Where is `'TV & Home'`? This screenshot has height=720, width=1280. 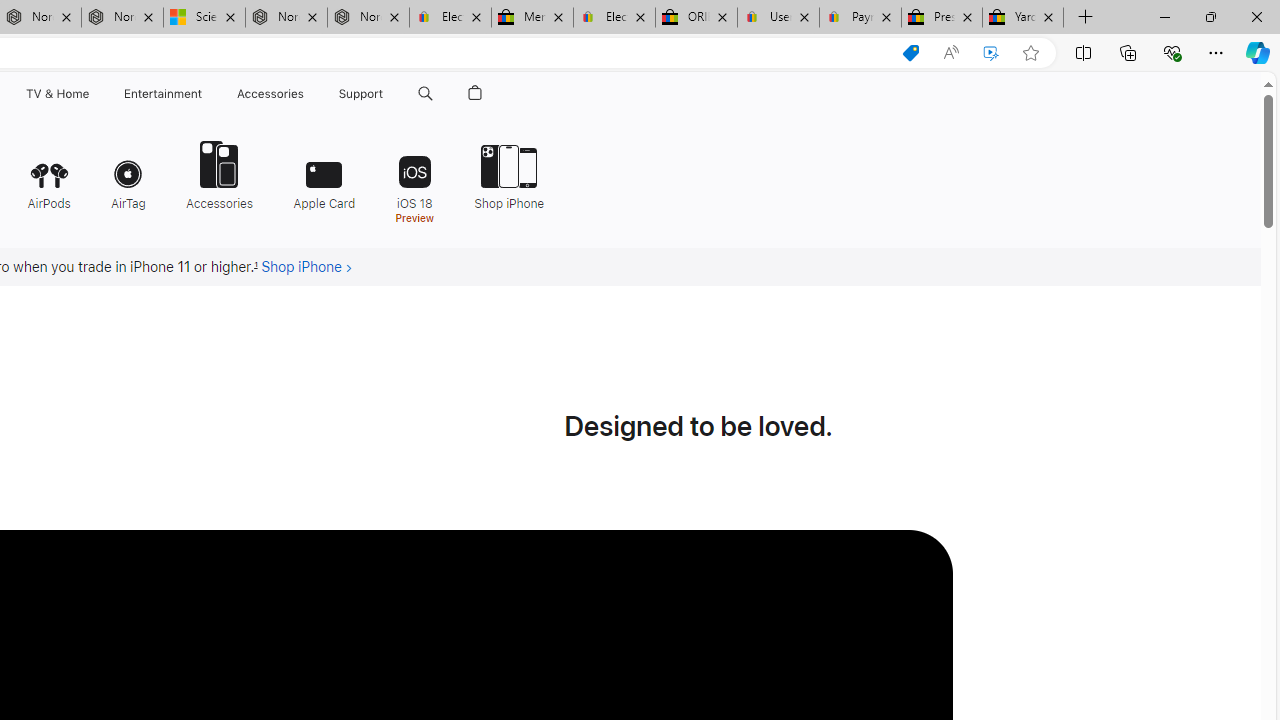 'TV & Home' is located at coordinates (56, 93).